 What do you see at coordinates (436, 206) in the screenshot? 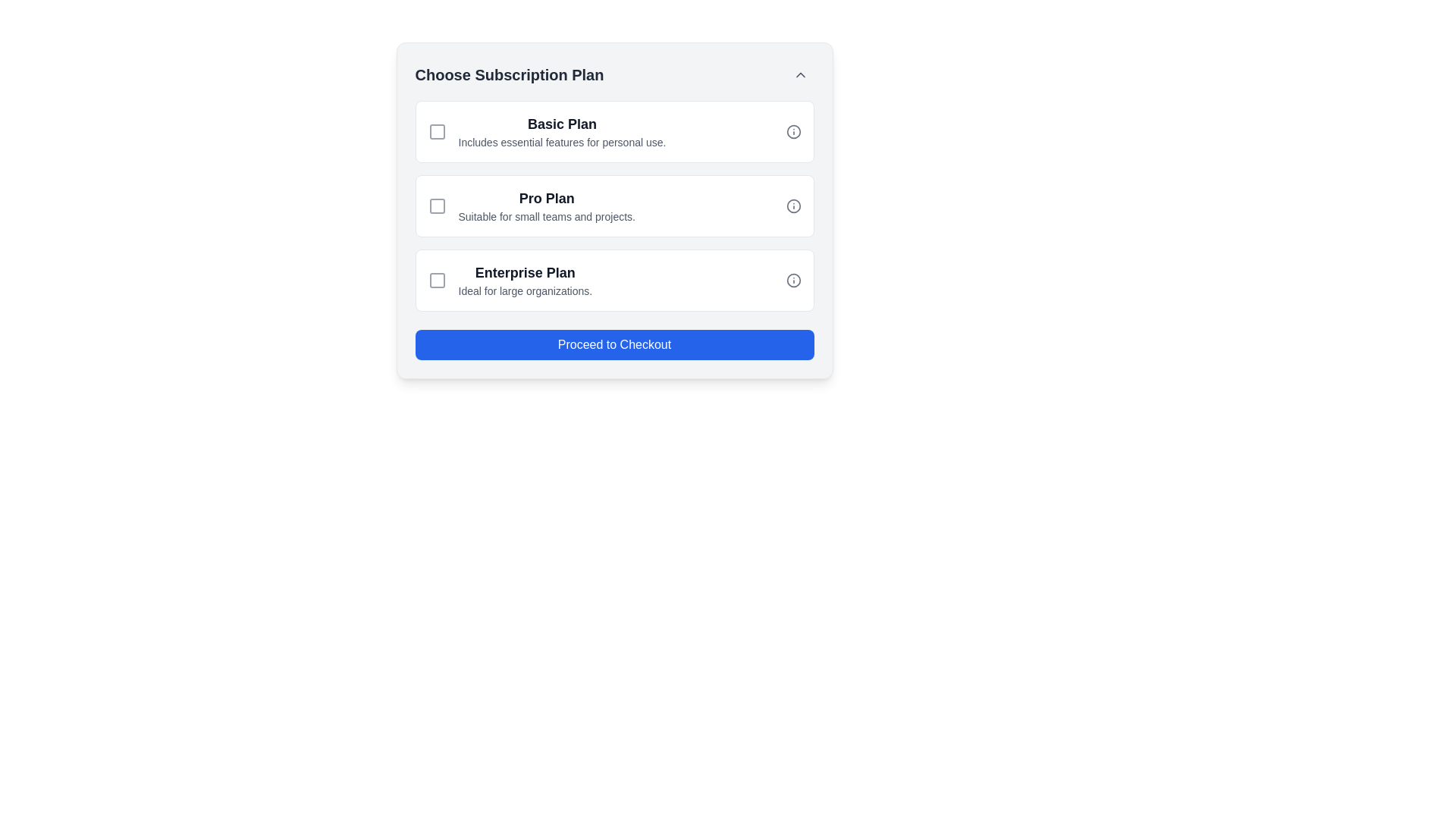
I see `the unselected checkbox for the 'Pro Plan' subscription option to provide interaction feedback` at bounding box center [436, 206].